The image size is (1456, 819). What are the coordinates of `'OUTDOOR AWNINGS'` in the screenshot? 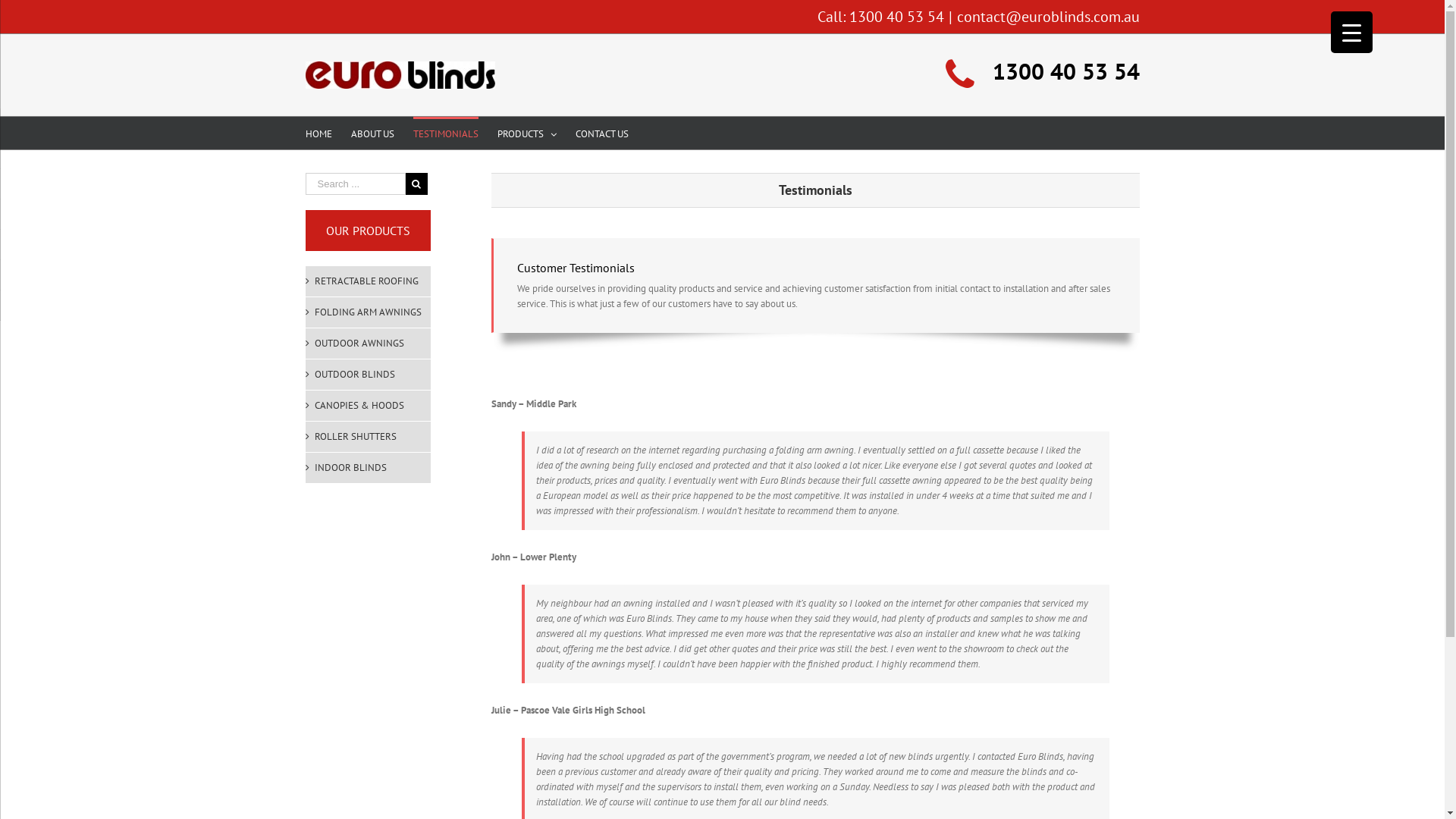 It's located at (368, 343).